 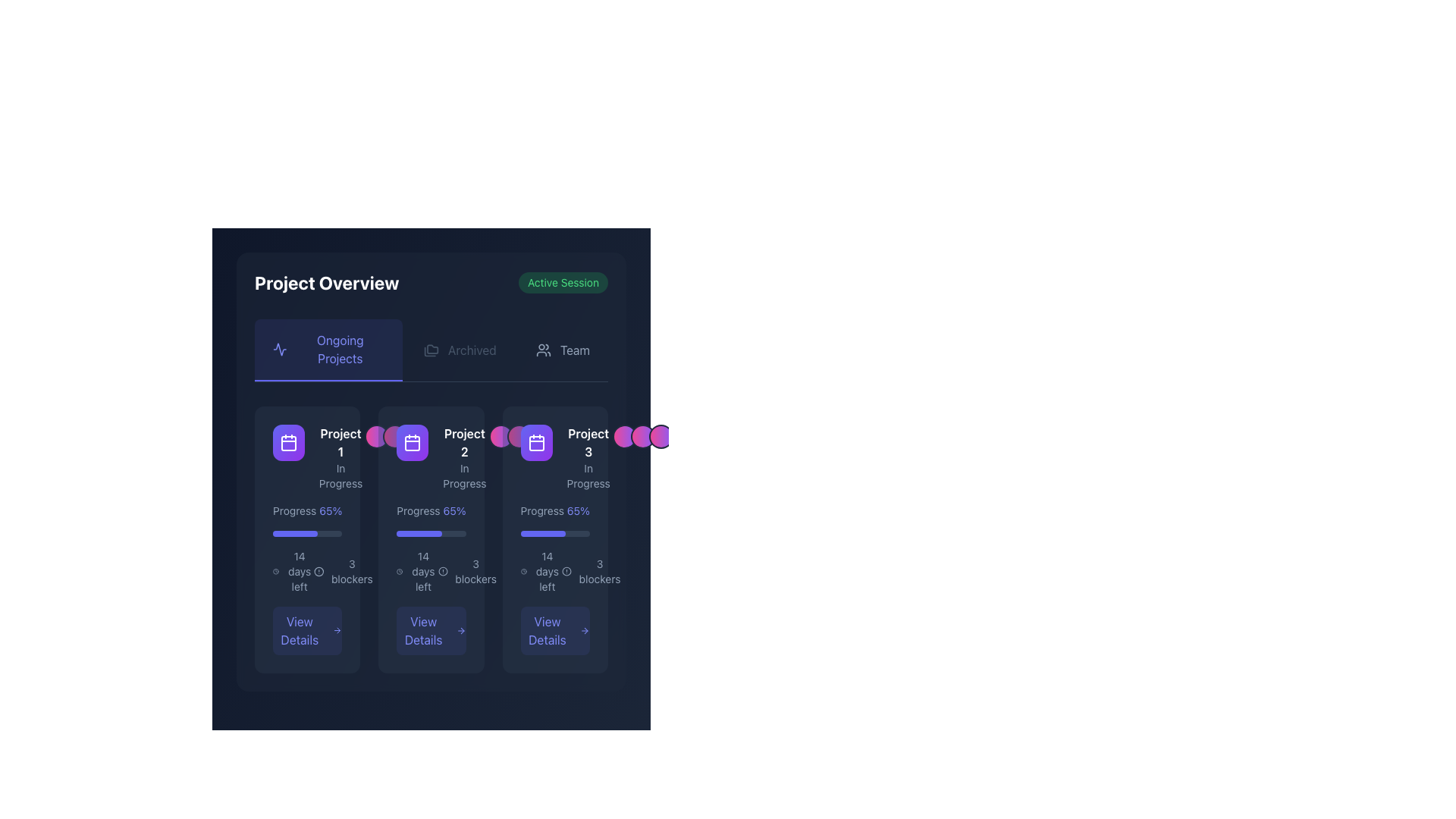 What do you see at coordinates (318, 571) in the screenshot?
I see `the alert icon located below the 'Progress 65%' bar and to the left of the '14 days left' label in the first project card` at bounding box center [318, 571].